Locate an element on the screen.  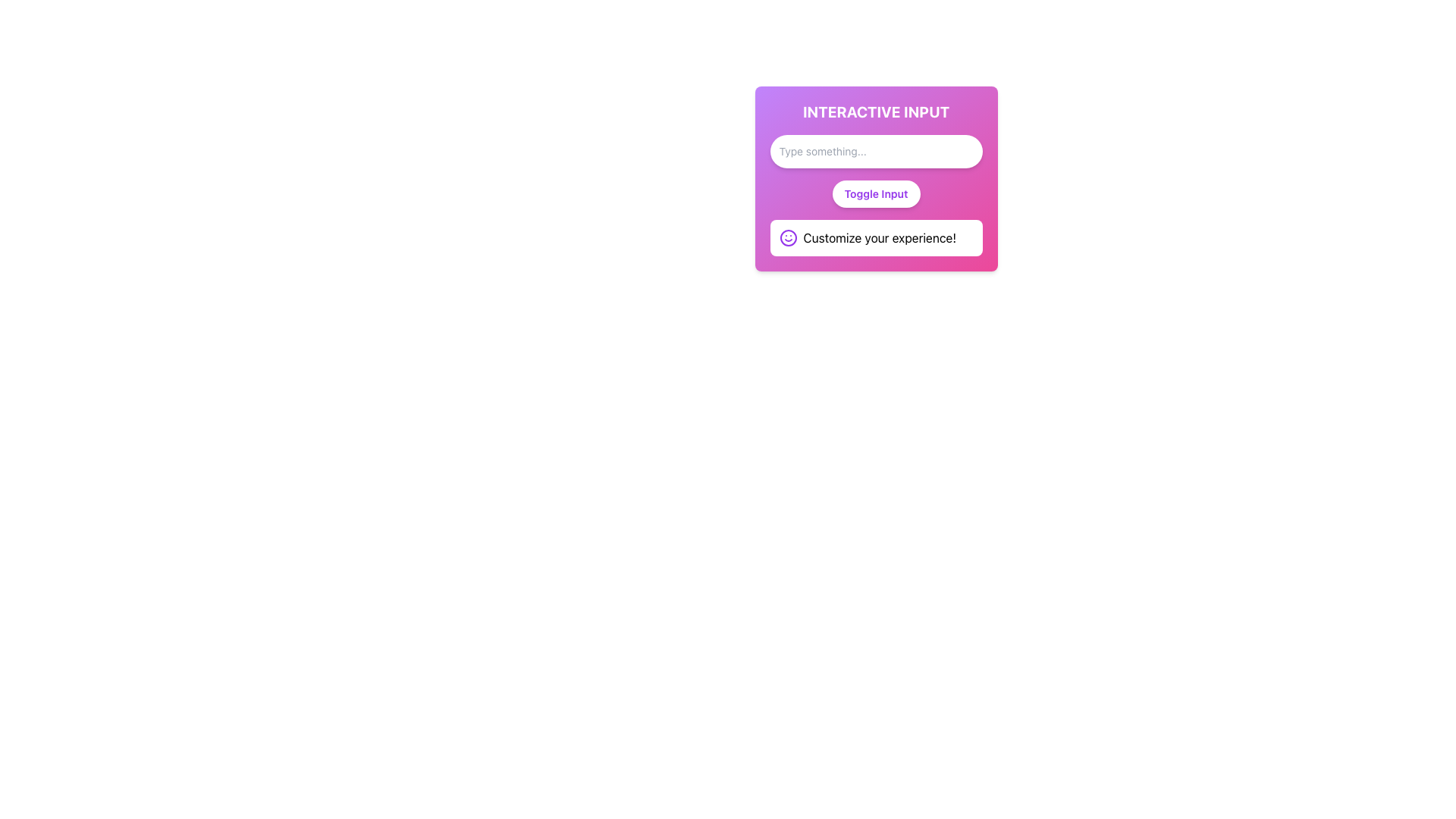
the purple smiley face icon that is located adjacent to the text 'Customize your experience!' is located at coordinates (788, 237).